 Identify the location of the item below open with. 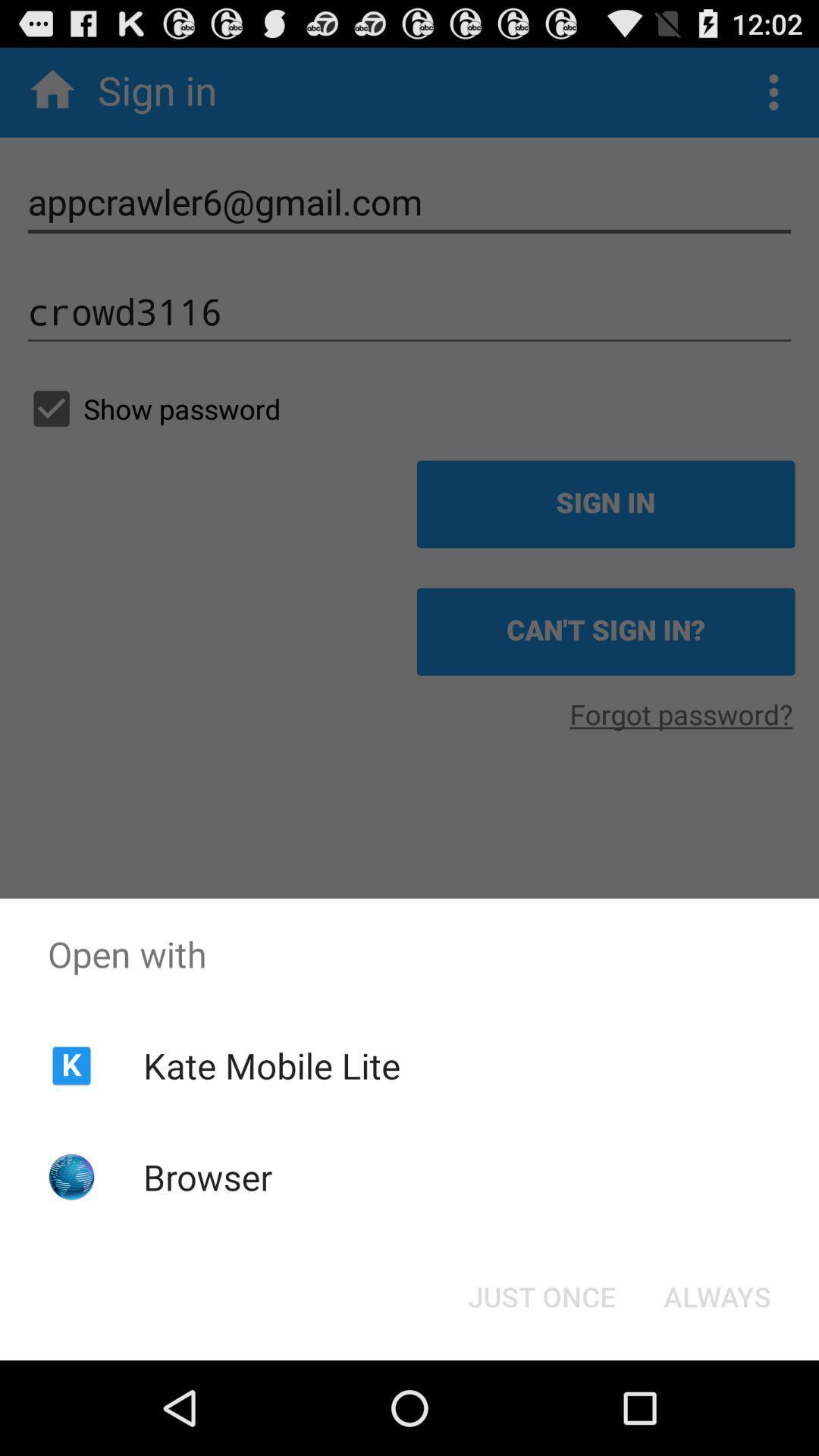
(717, 1295).